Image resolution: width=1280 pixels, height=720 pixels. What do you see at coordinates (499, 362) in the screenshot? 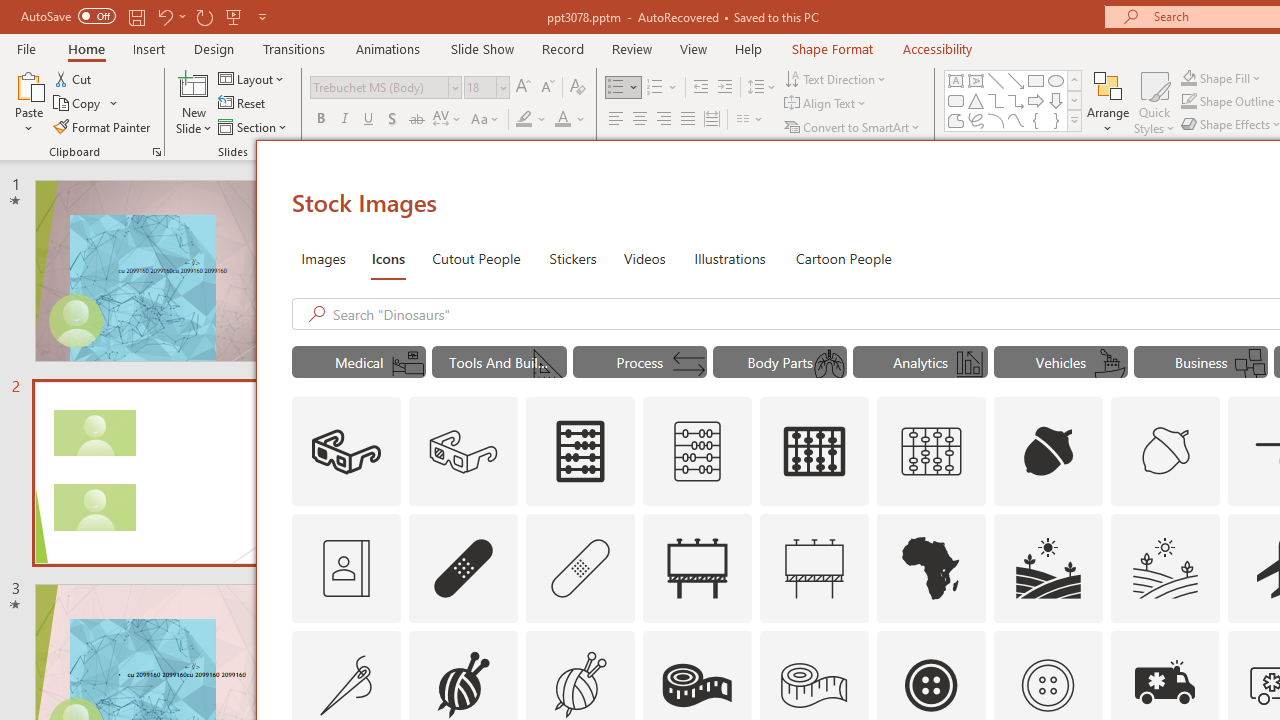
I see `'"Tools And Building" Icons.'` at bounding box center [499, 362].